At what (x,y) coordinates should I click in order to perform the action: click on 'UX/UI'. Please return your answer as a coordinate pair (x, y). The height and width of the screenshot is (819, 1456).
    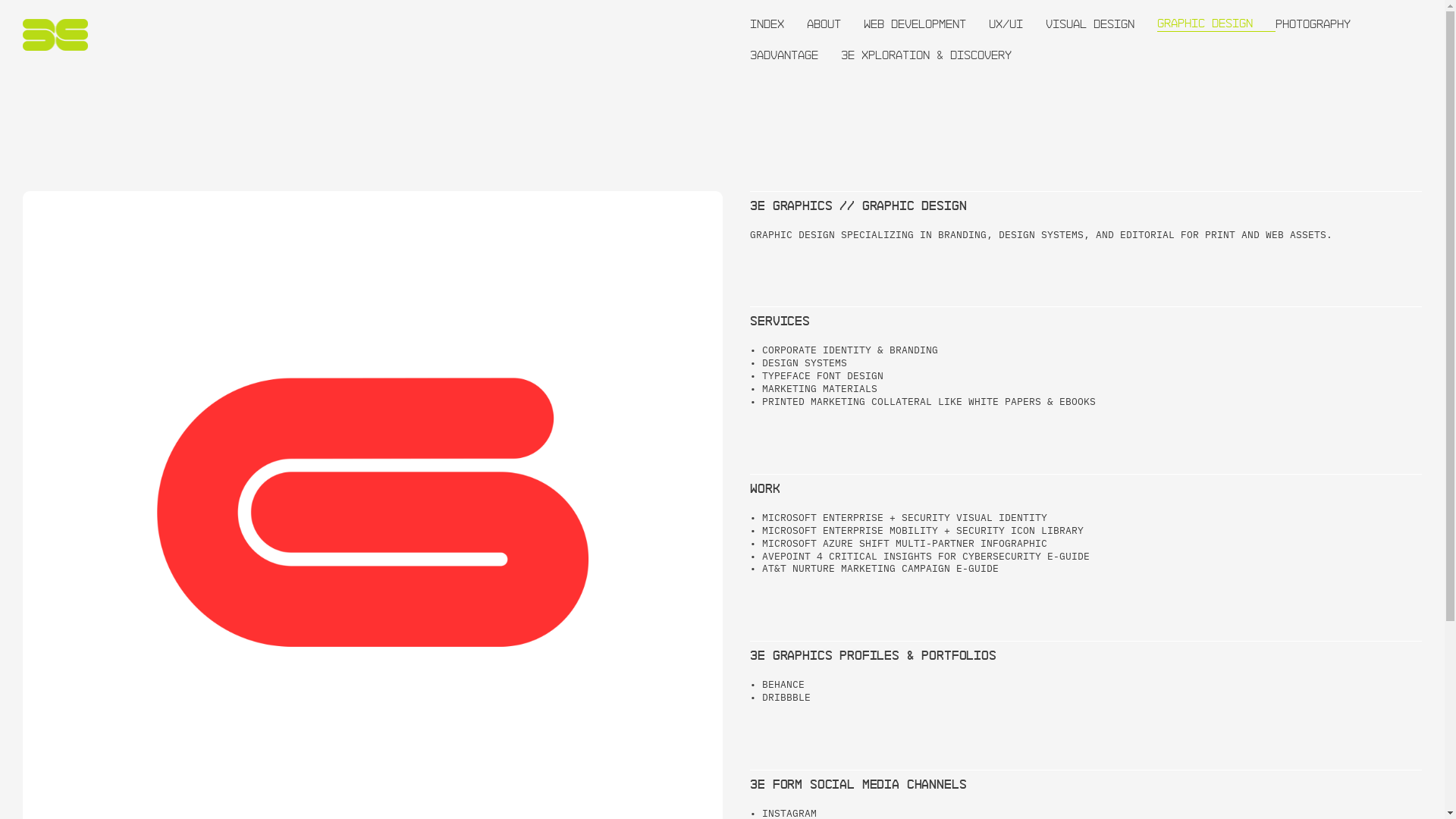
    Looking at the image, I should click on (1017, 15).